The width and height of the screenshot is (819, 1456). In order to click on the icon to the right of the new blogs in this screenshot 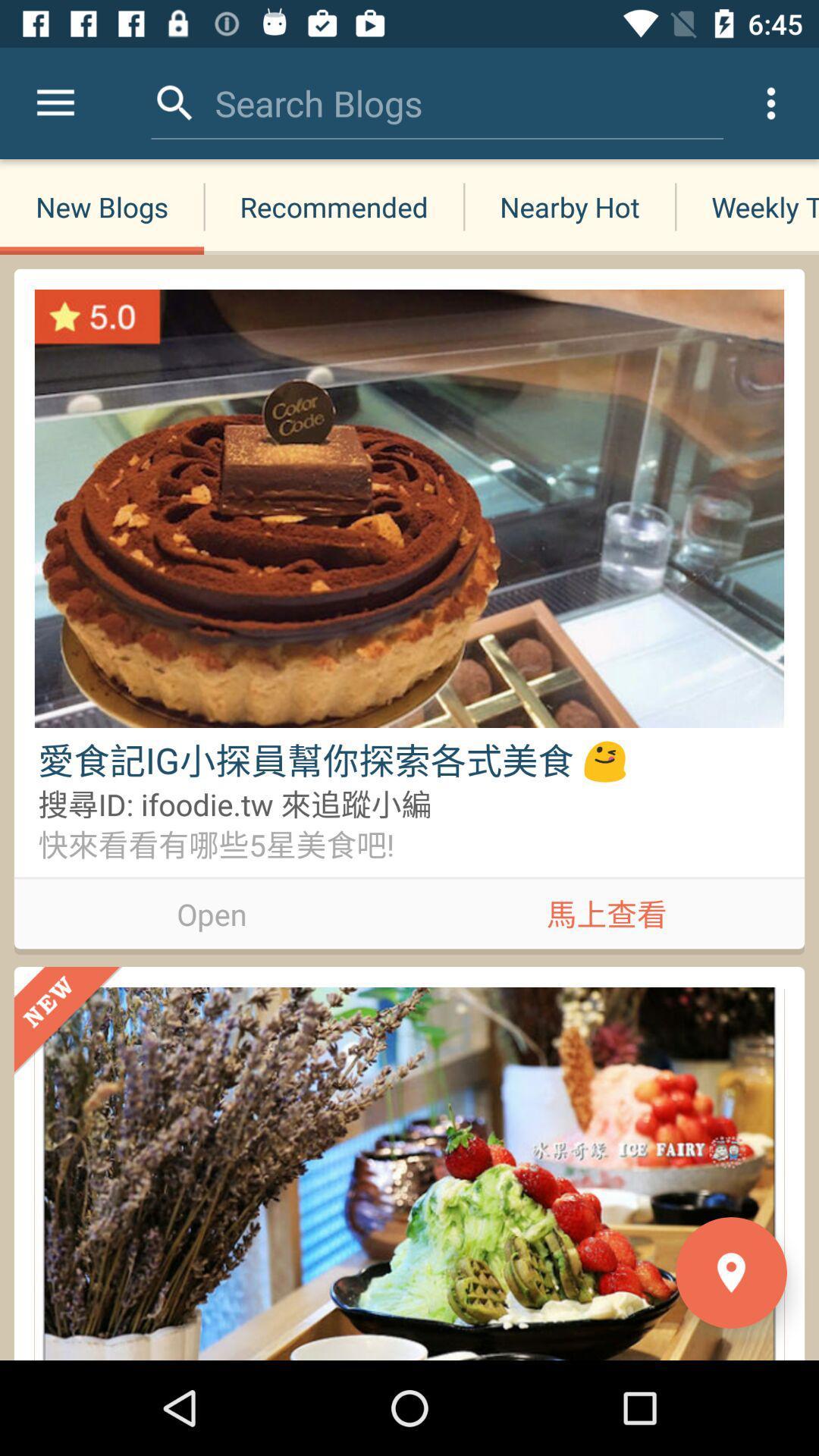, I will do `click(333, 206)`.